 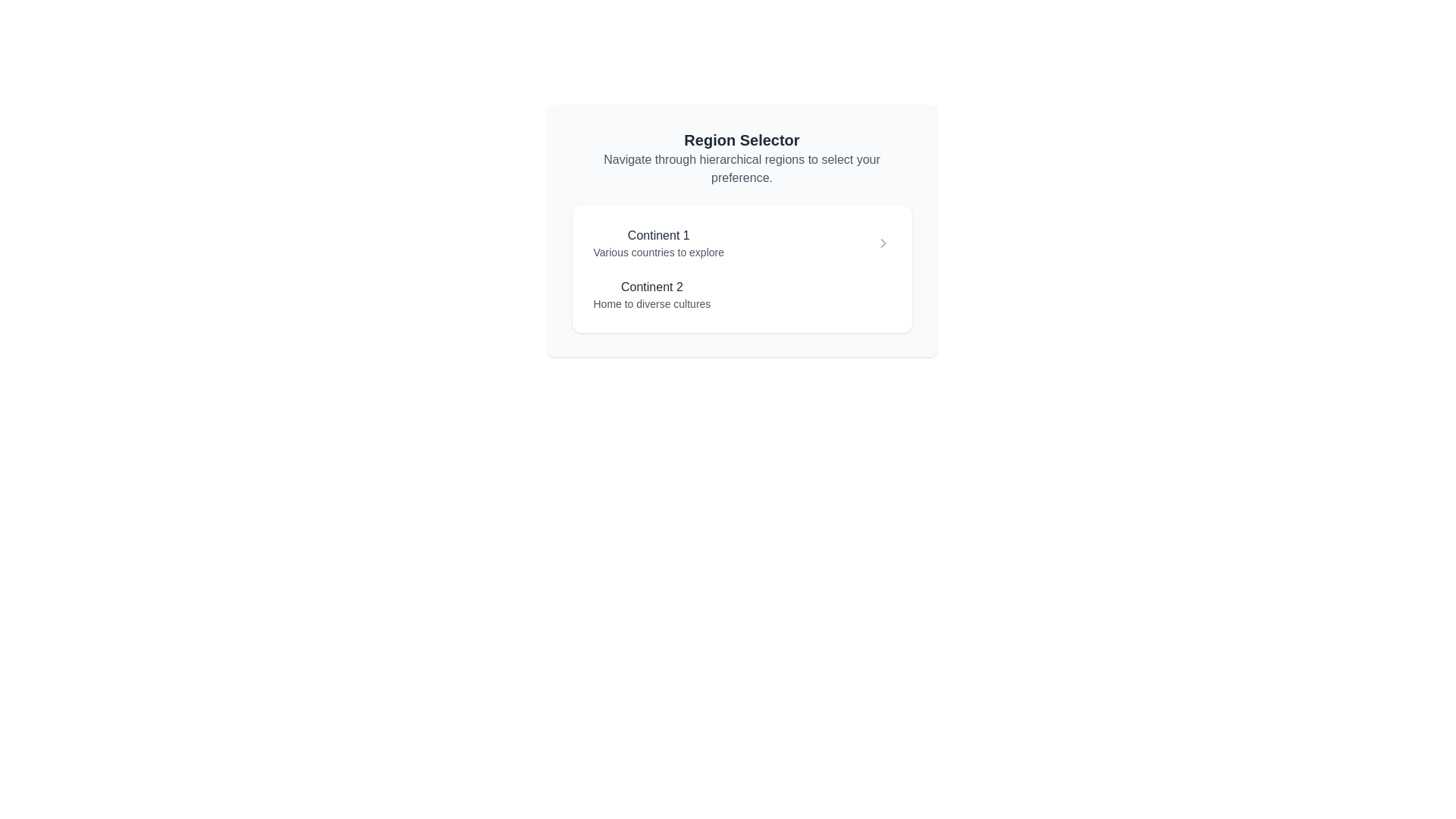 I want to click on the rightward-facing Chevron icon, so click(x=883, y=242).